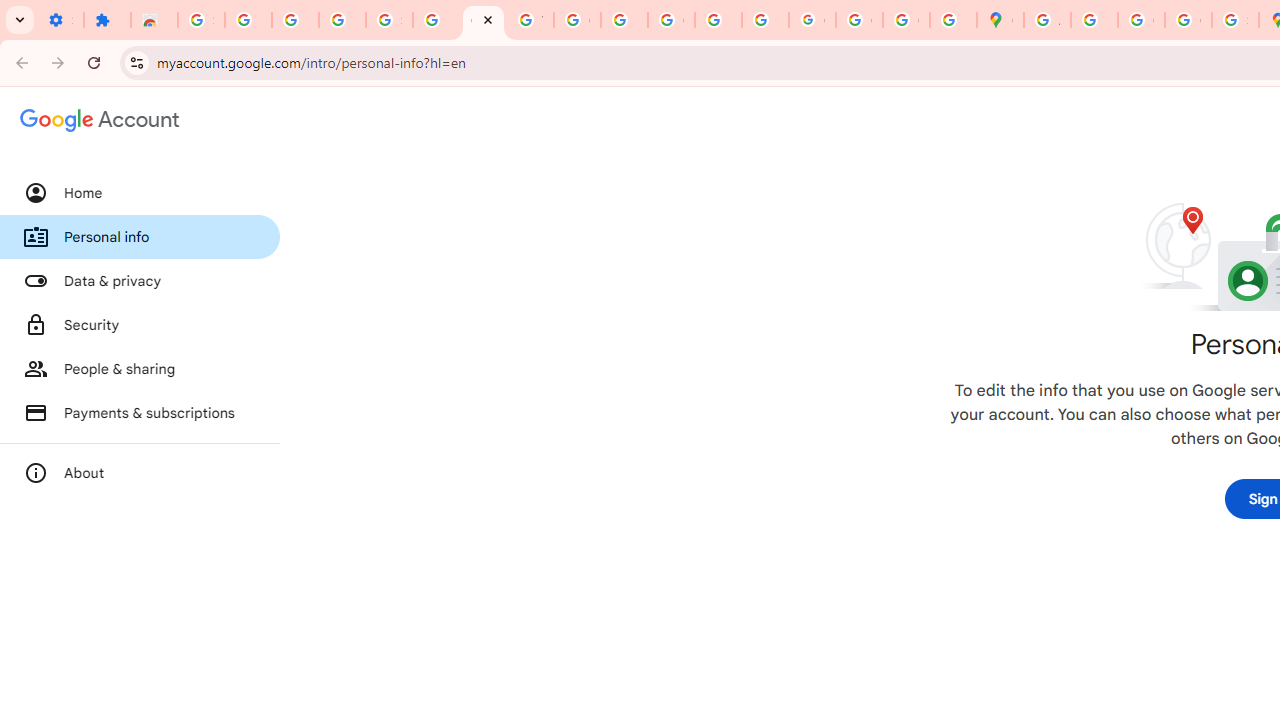  What do you see at coordinates (1141, 20) in the screenshot?
I see `'Create your Google Account'` at bounding box center [1141, 20].